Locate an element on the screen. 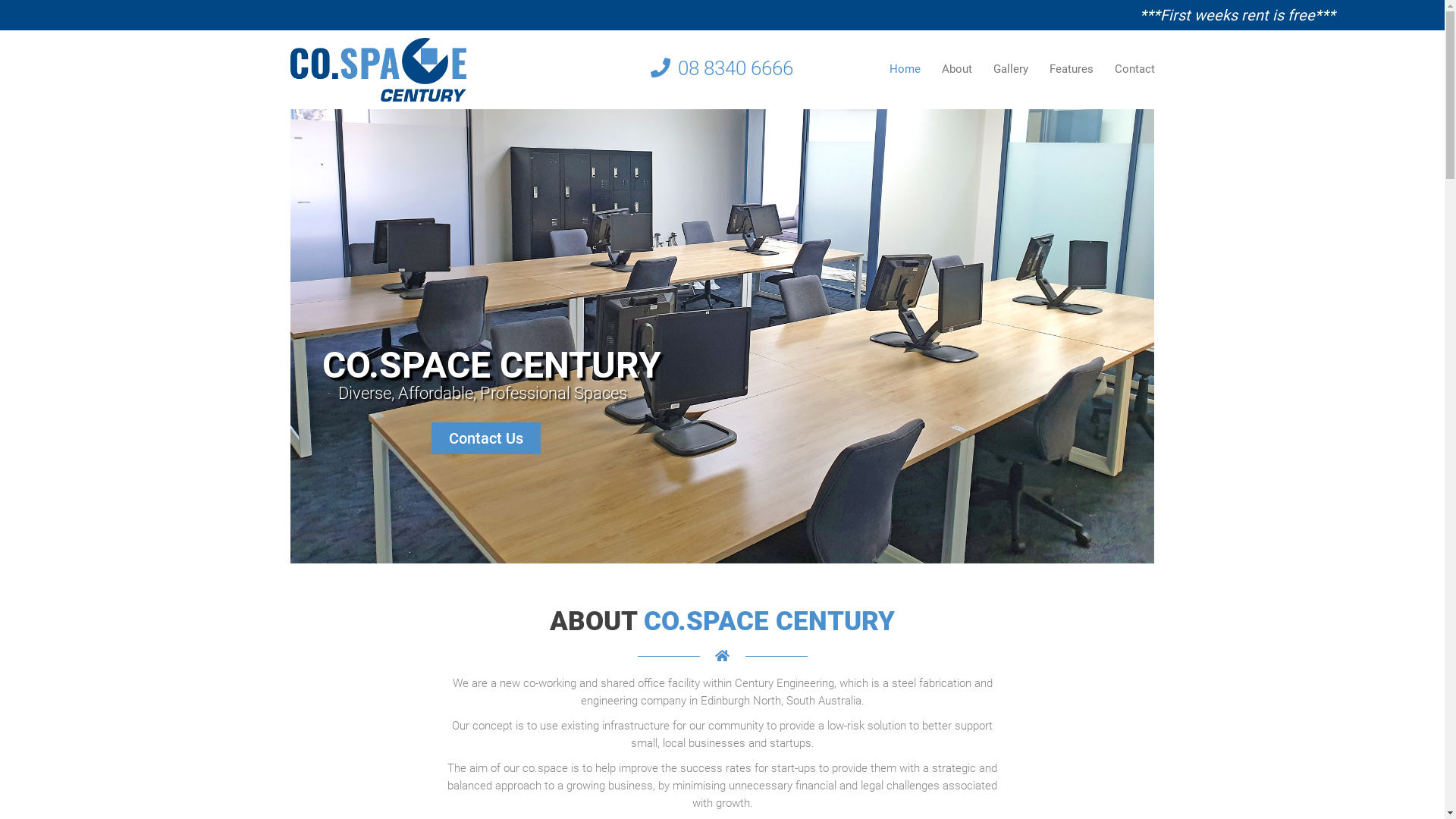 The width and height of the screenshot is (1456, 819). 'Contact' is located at coordinates (1129, 69).